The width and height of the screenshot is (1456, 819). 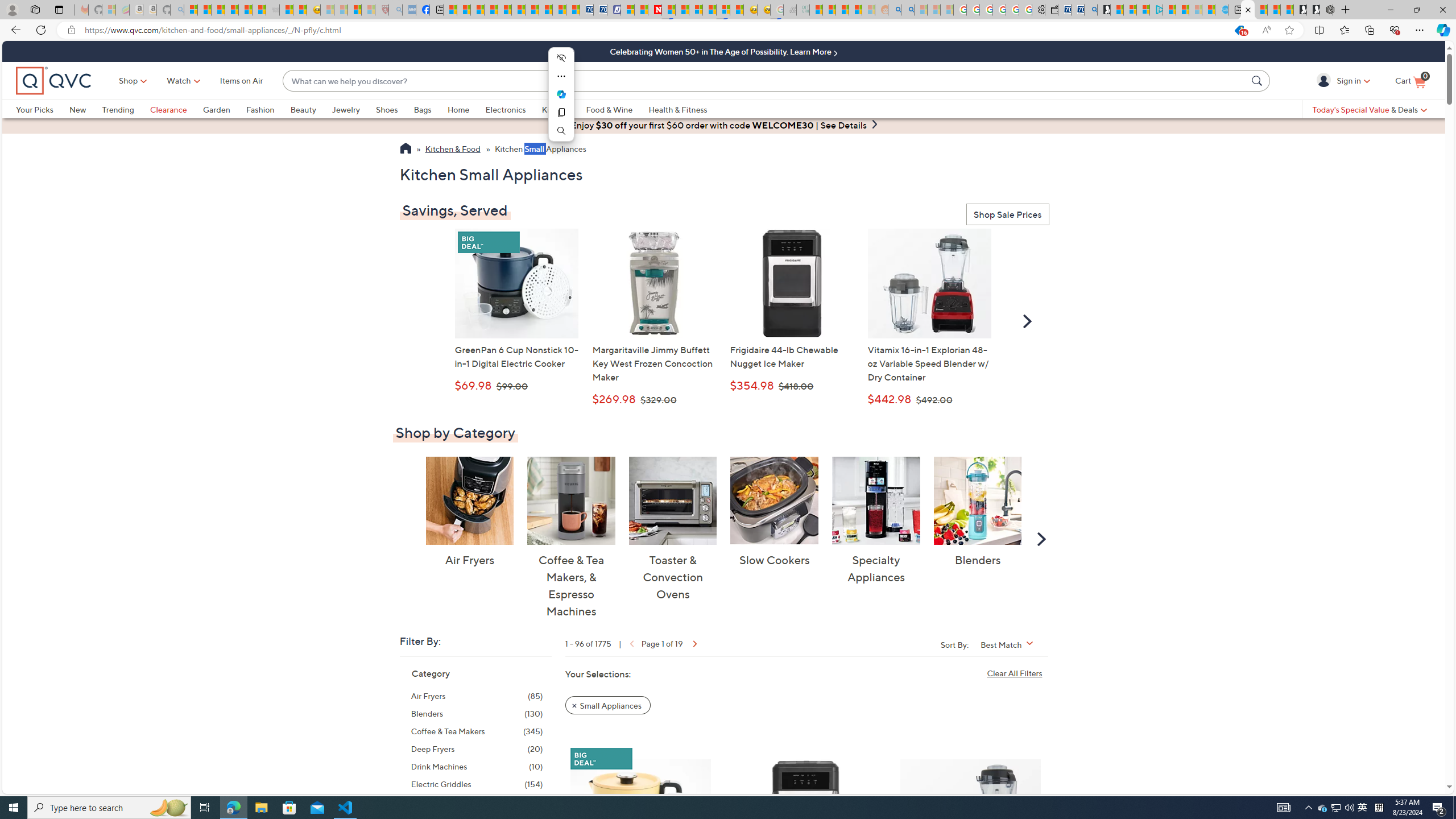 What do you see at coordinates (561, 58) in the screenshot?
I see `'Hide menu'` at bounding box center [561, 58].